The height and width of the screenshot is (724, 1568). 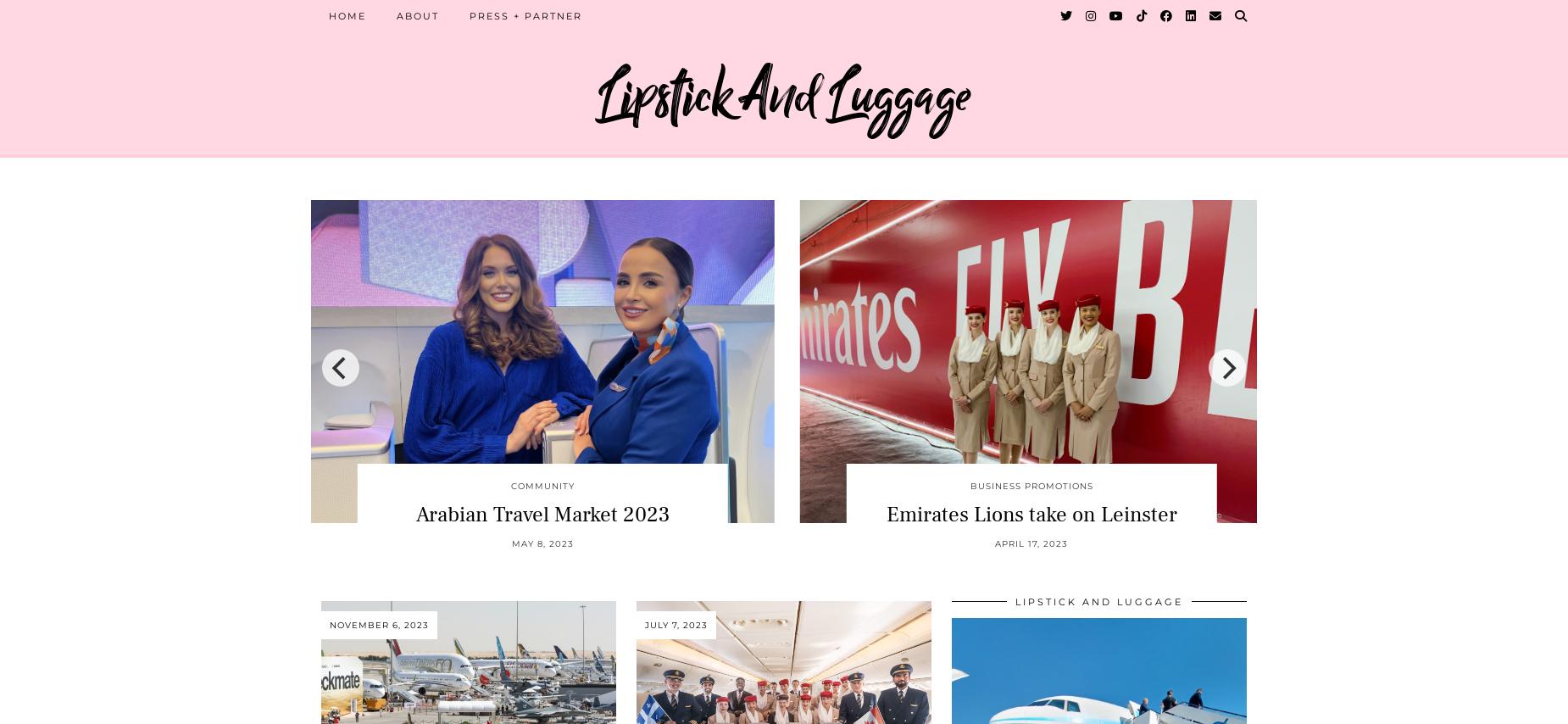 I want to click on 'Community', so click(x=542, y=484).